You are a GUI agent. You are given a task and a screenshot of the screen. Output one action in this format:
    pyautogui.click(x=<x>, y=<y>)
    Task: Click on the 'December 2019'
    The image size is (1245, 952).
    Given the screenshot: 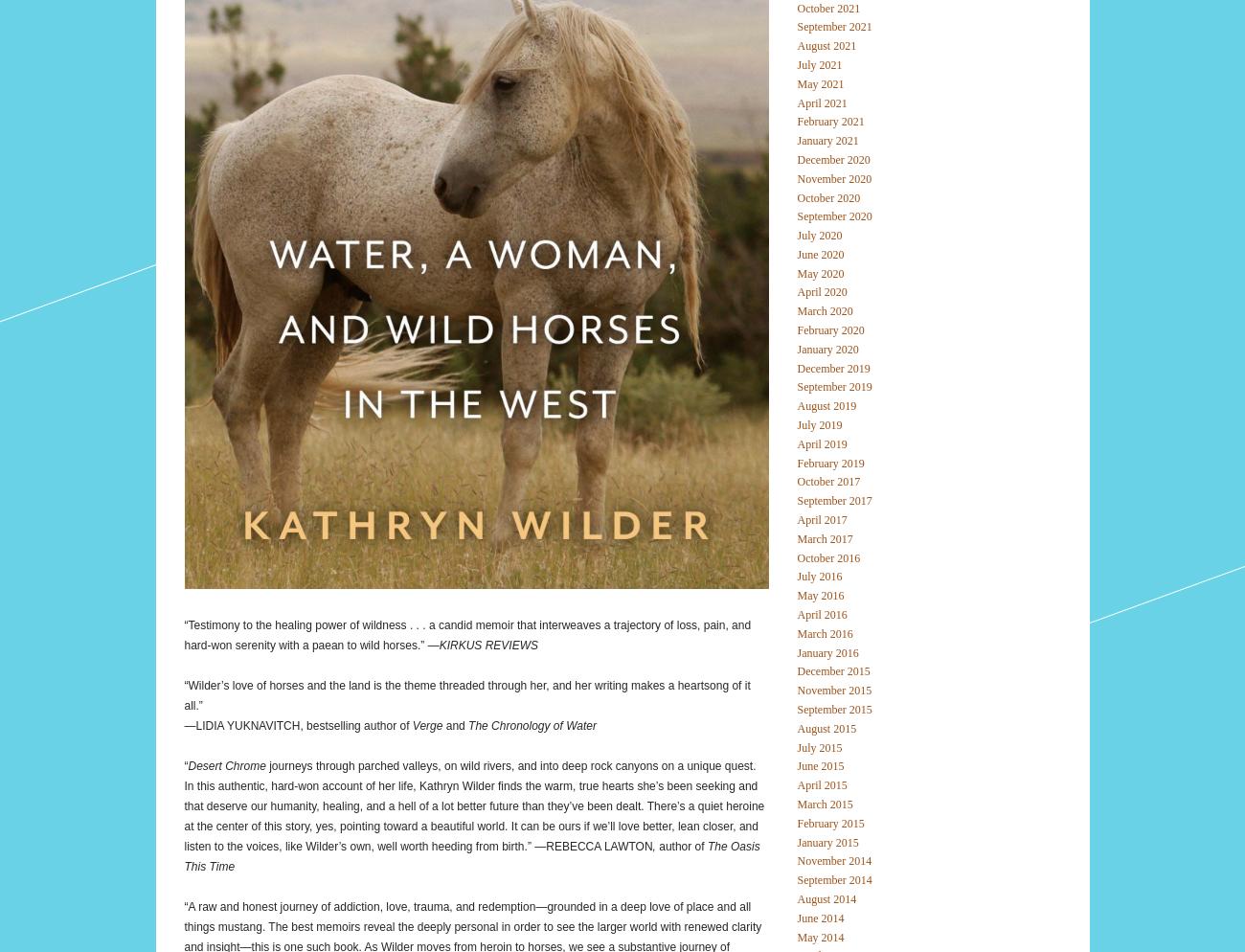 What is the action you would take?
    pyautogui.click(x=831, y=367)
    